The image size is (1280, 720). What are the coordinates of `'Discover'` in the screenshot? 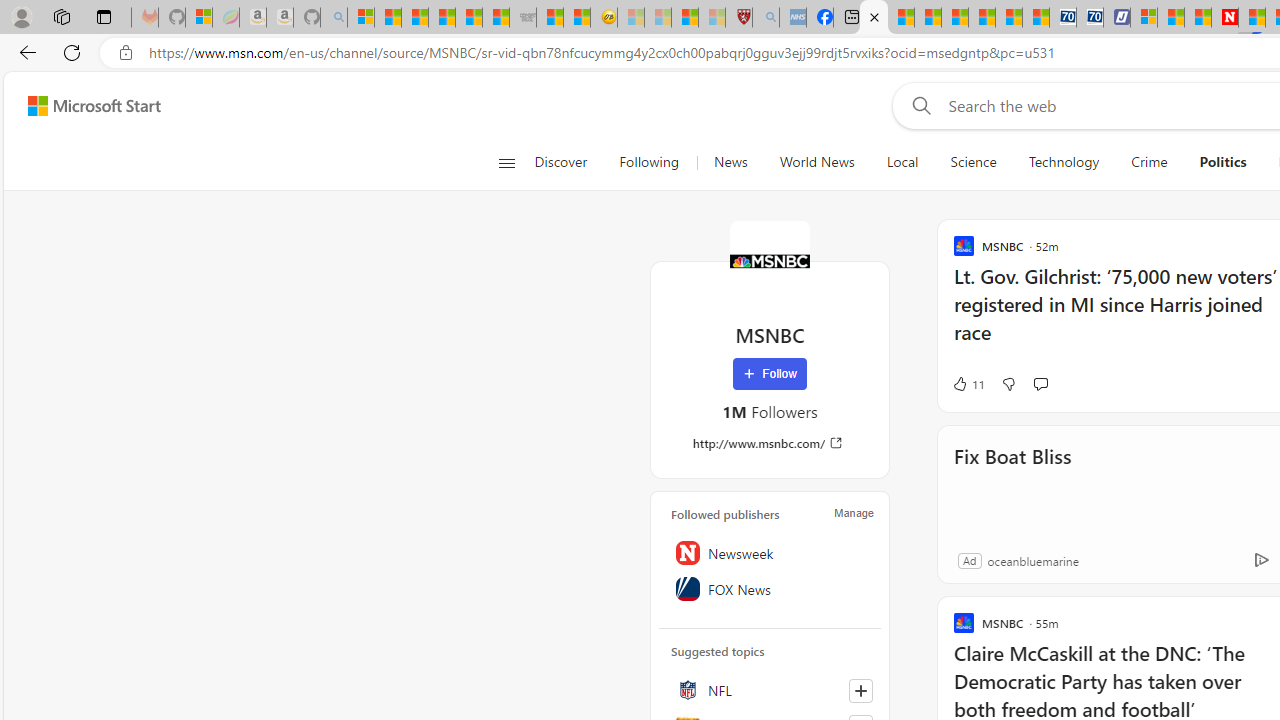 It's located at (560, 162).